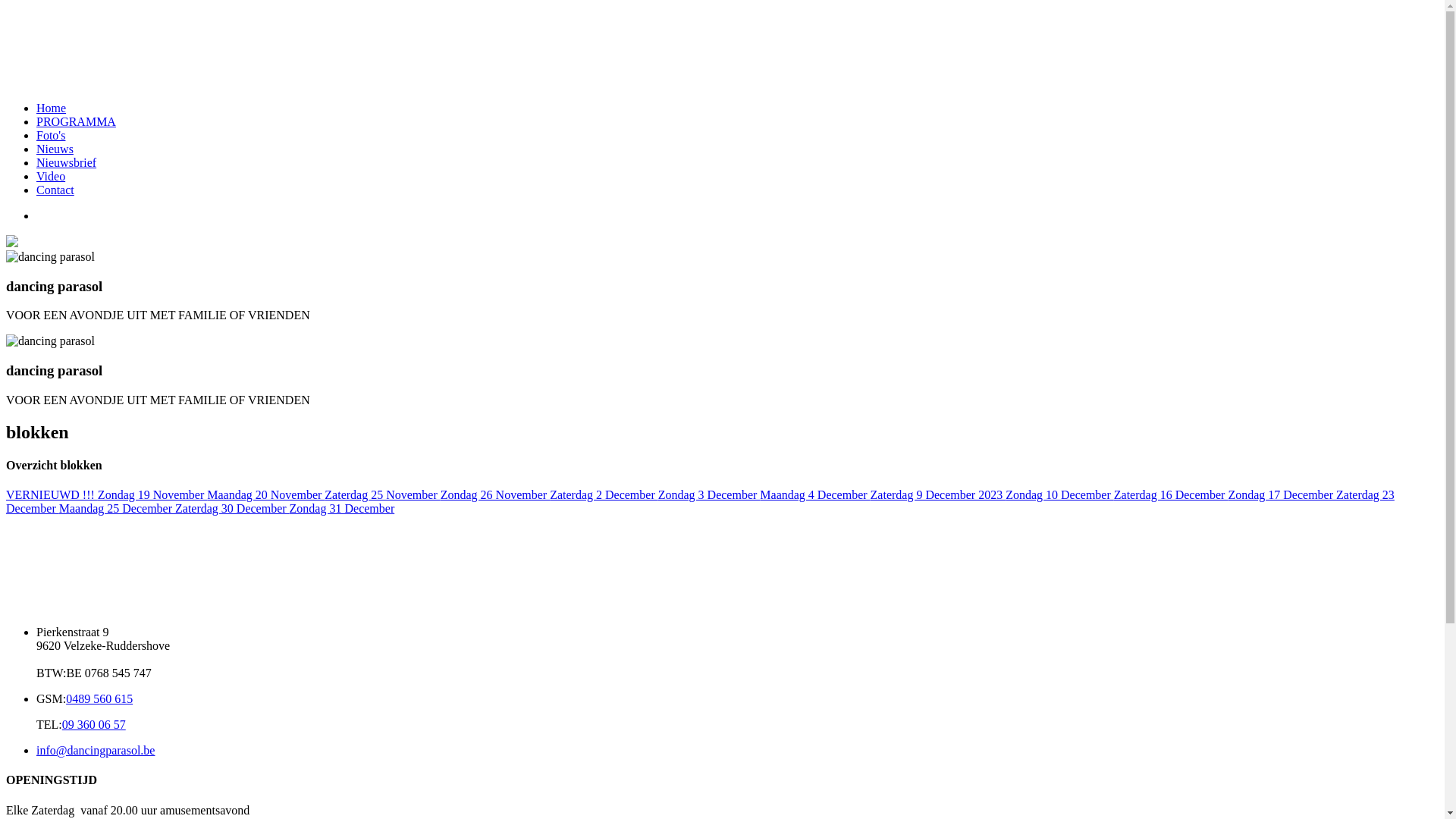 This screenshot has height=819, width=1456. I want to click on 'Zondag 10 December', so click(1059, 494).